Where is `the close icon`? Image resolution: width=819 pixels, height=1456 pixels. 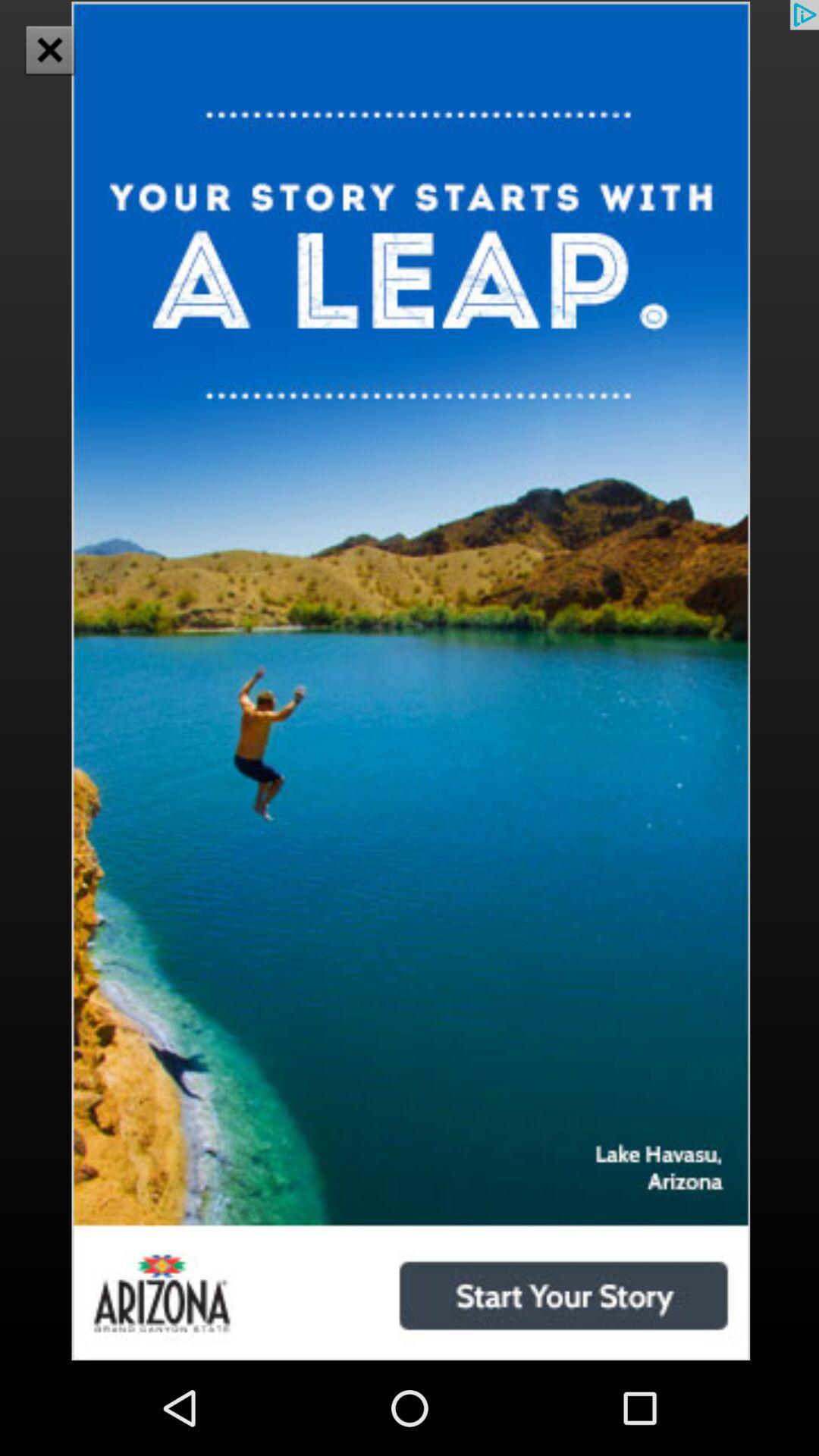 the close icon is located at coordinates (69, 74).